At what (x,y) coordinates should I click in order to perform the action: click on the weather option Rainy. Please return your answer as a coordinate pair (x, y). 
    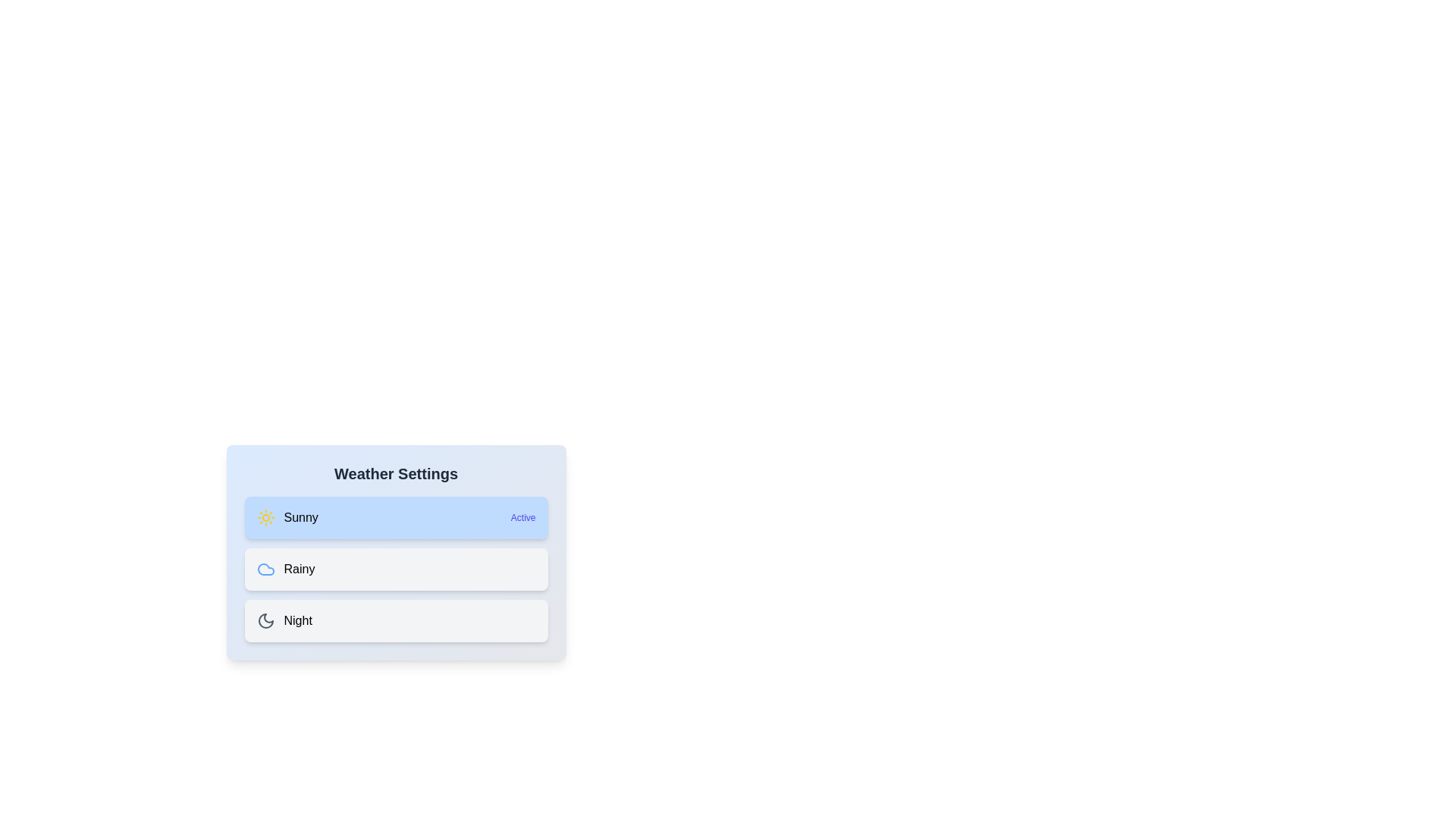
    Looking at the image, I should click on (396, 570).